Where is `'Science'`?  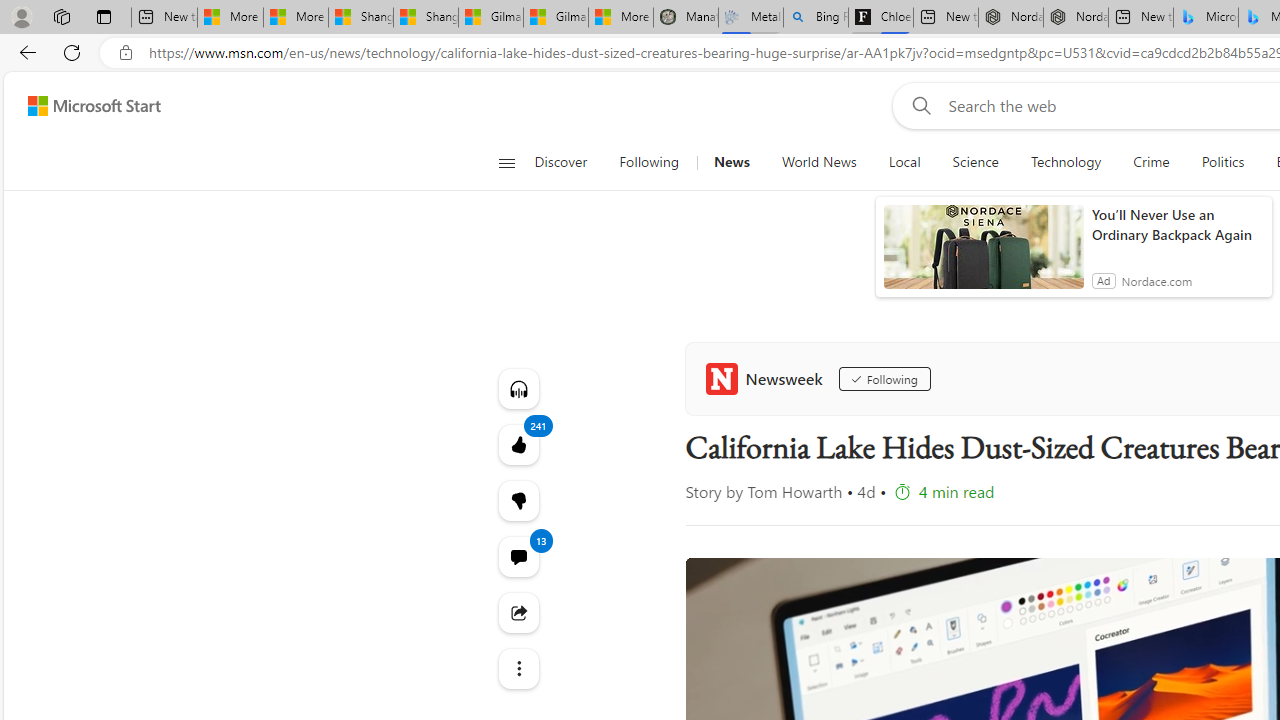 'Science' is located at coordinates (975, 162).